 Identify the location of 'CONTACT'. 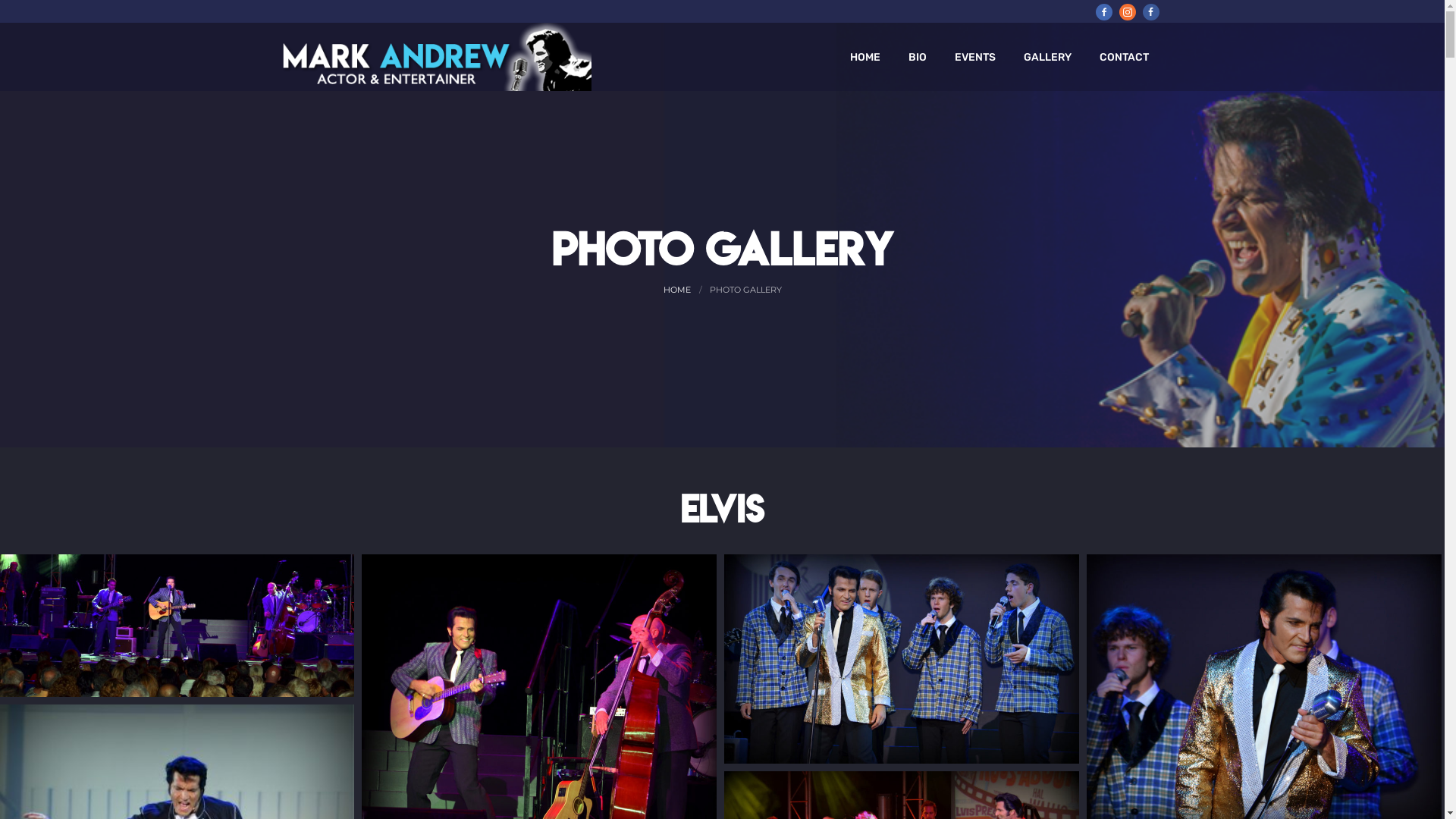
(1124, 55).